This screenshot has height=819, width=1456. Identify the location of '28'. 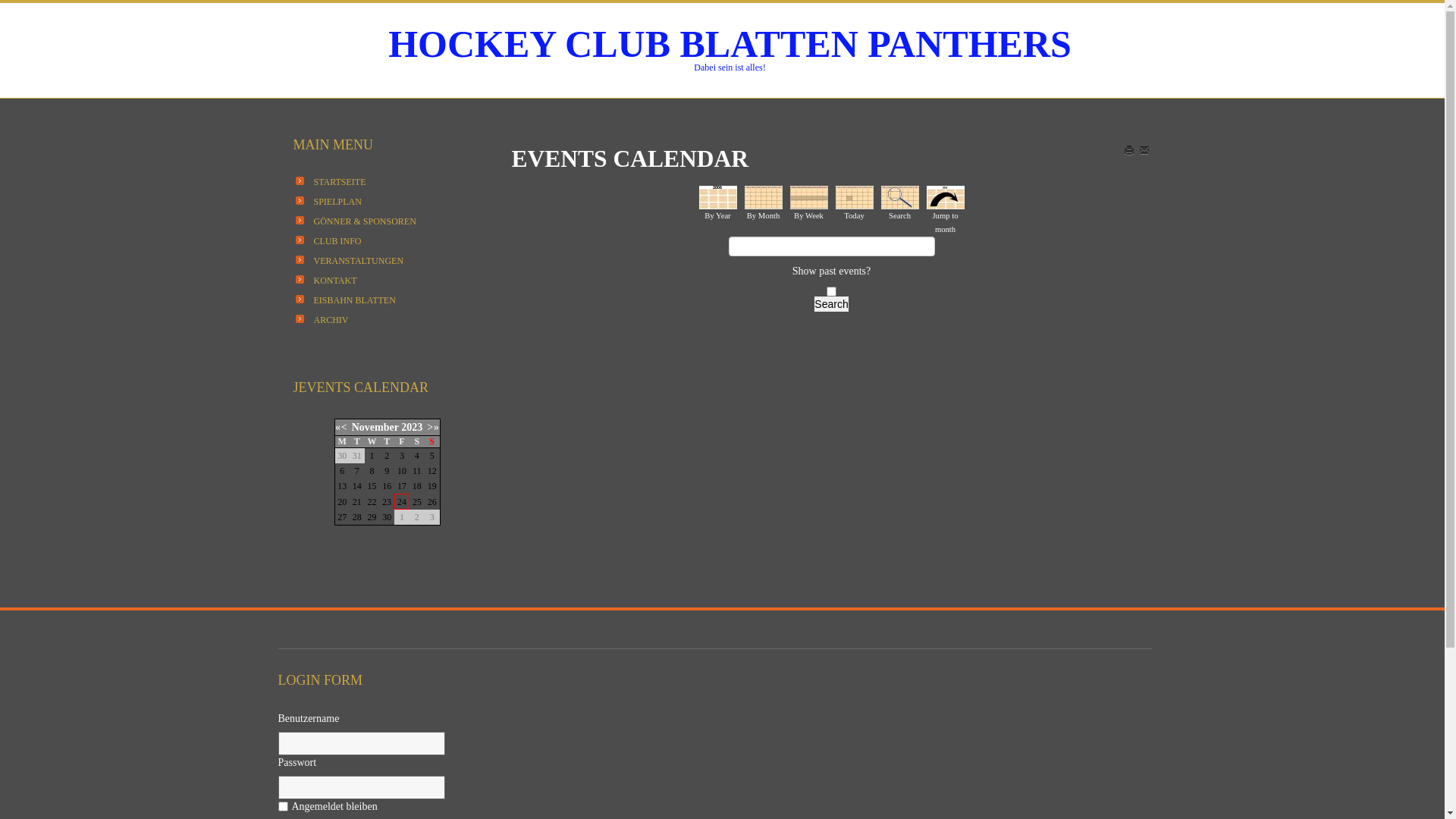
(356, 516).